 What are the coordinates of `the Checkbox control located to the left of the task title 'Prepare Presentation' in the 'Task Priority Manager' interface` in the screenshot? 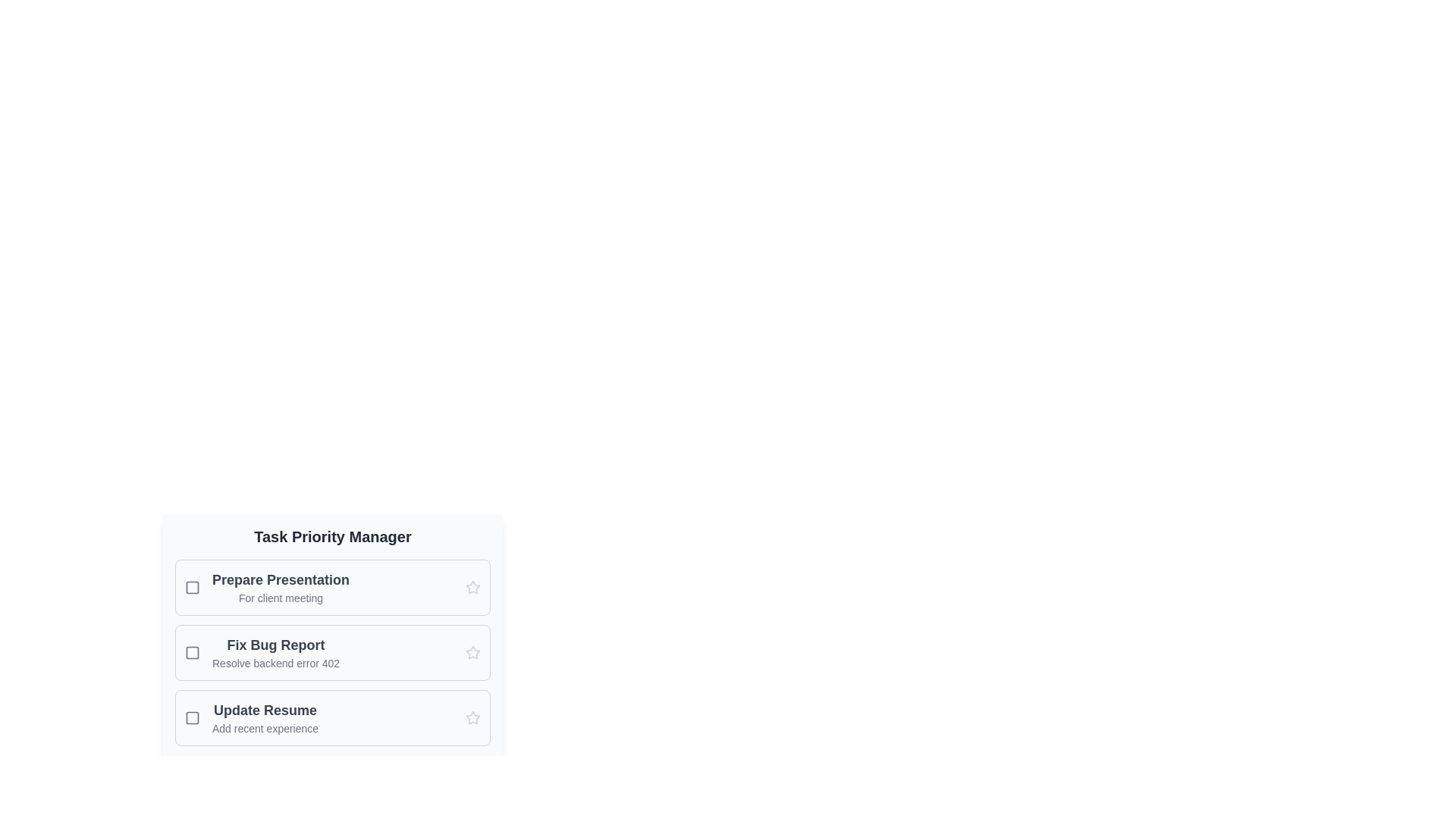 It's located at (192, 587).